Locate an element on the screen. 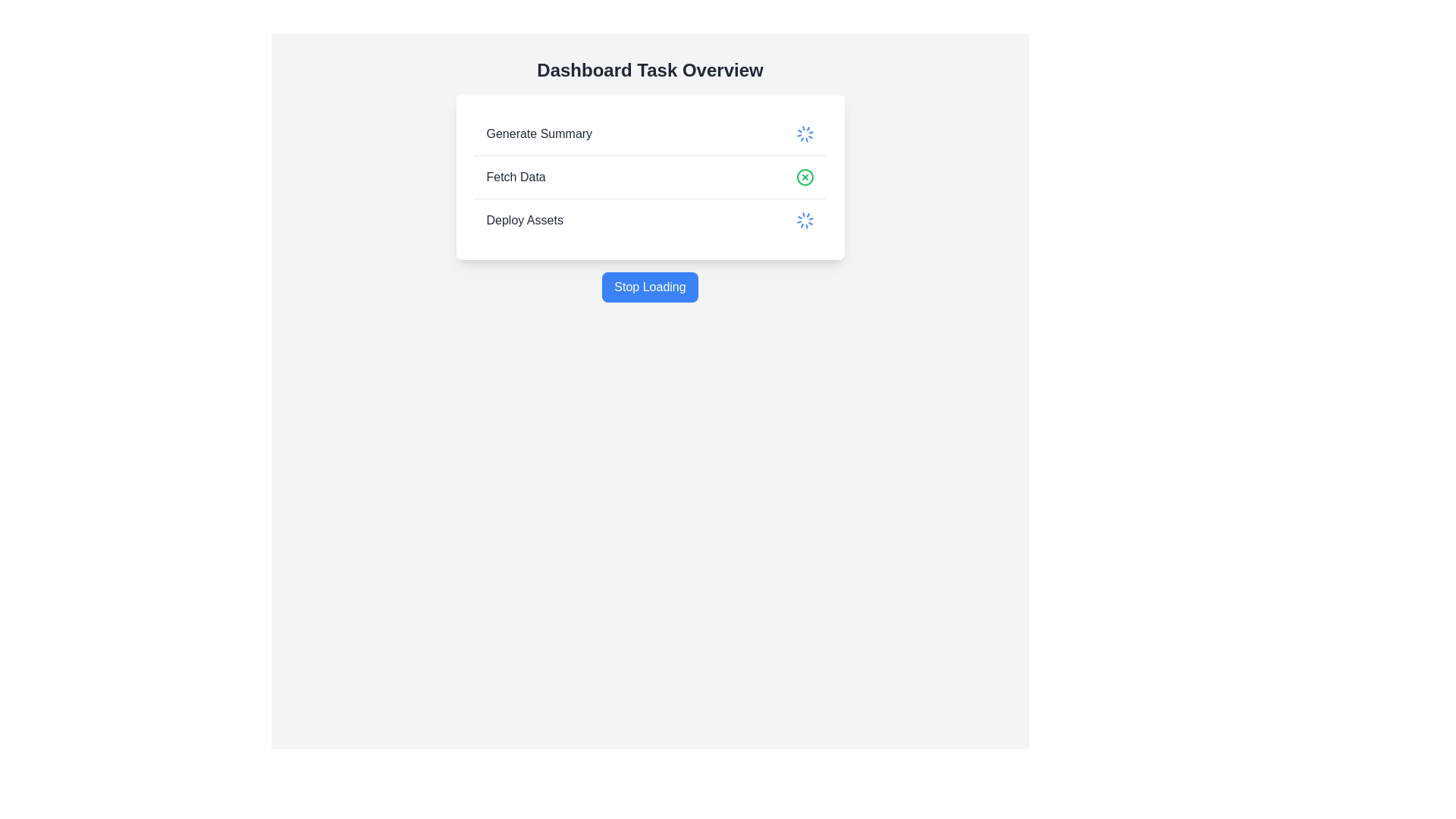 This screenshot has width=1456, height=819. the List item displaying the task labeled 'Fetch Data', which is the second item in a vertical list of three tasks is located at coordinates (650, 177).